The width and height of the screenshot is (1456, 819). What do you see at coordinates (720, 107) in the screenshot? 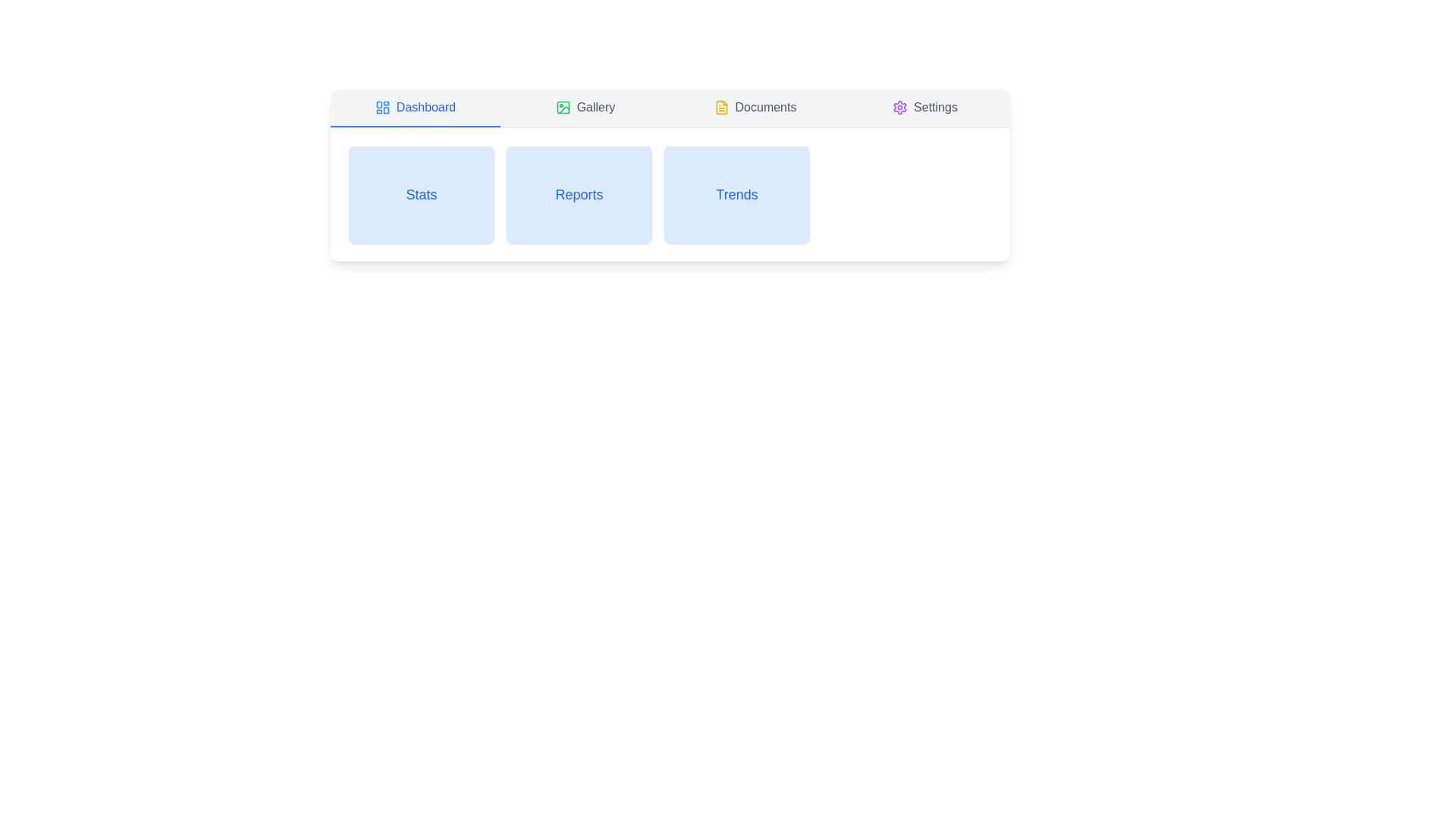
I see `the 'Documents' icon located in the navigation bar, which is the largest component in that section` at bounding box center [720, 107].